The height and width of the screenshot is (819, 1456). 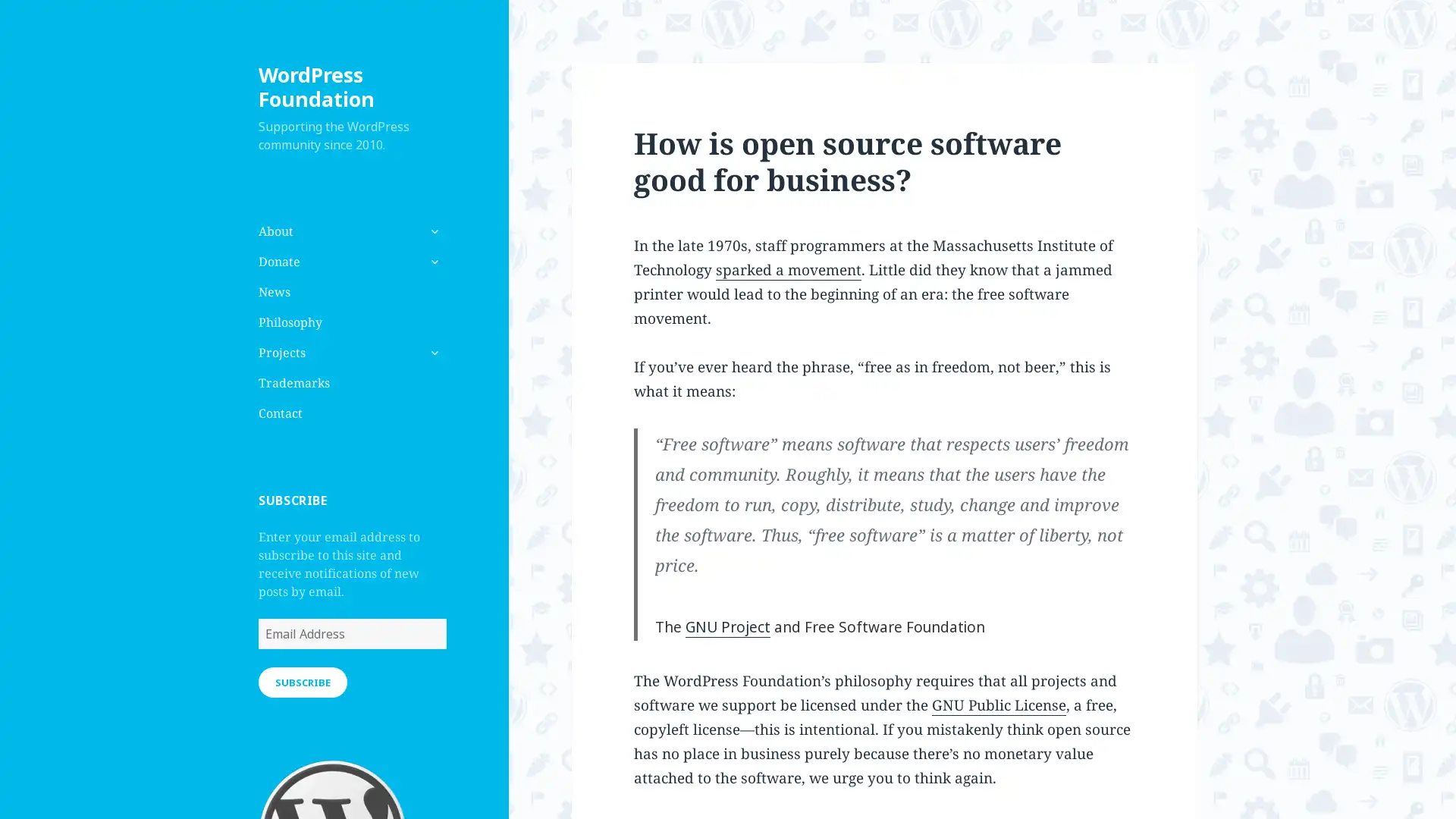 I want to click on SUBSCRIBE, so click(x=302, y=680).